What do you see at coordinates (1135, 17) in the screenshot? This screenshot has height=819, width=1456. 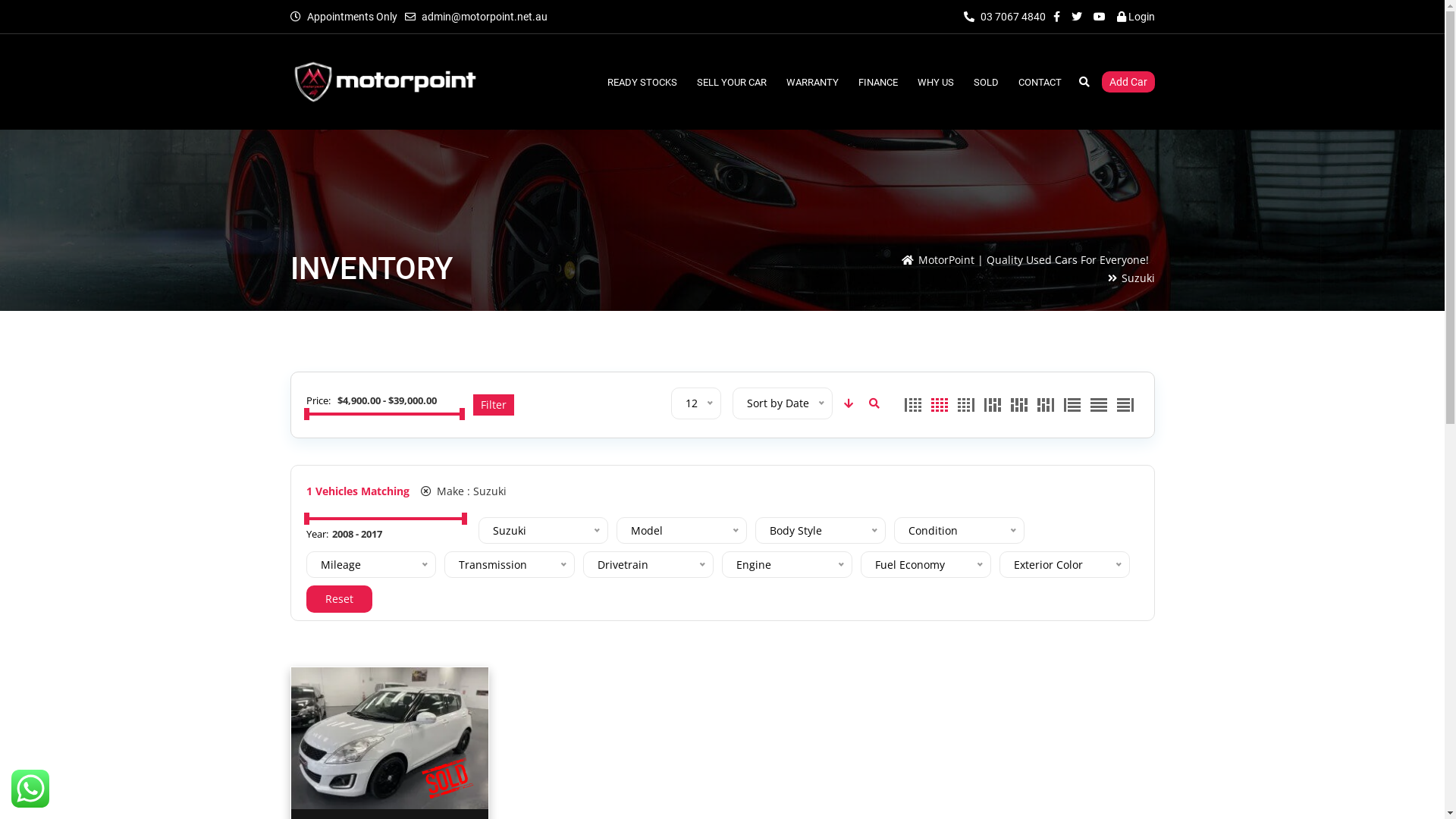 I see `'Login'` at bounding box center [1135, 17].